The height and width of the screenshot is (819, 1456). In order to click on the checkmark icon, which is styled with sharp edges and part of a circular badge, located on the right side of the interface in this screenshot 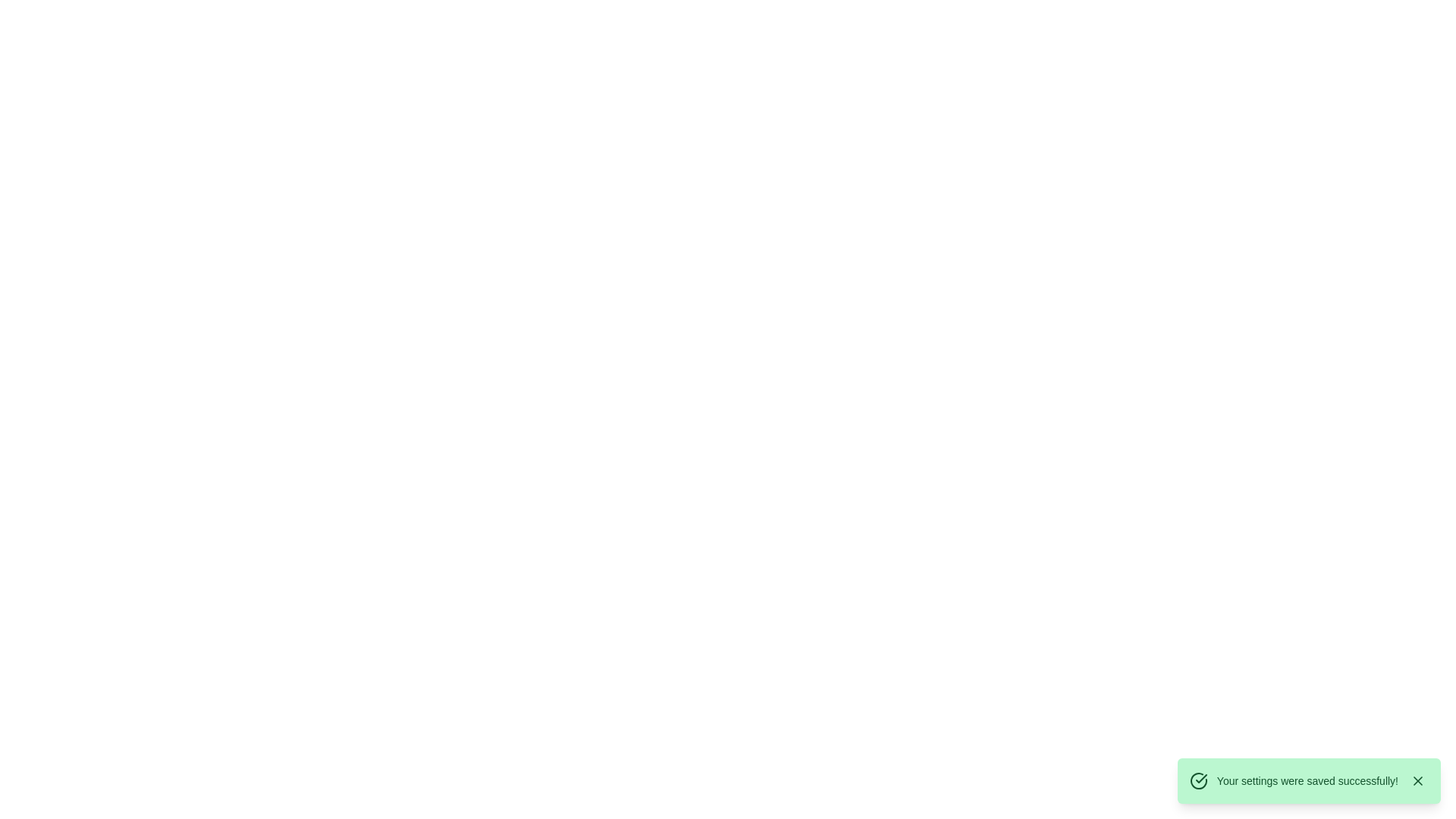, I will do `click(1200, 778)`.